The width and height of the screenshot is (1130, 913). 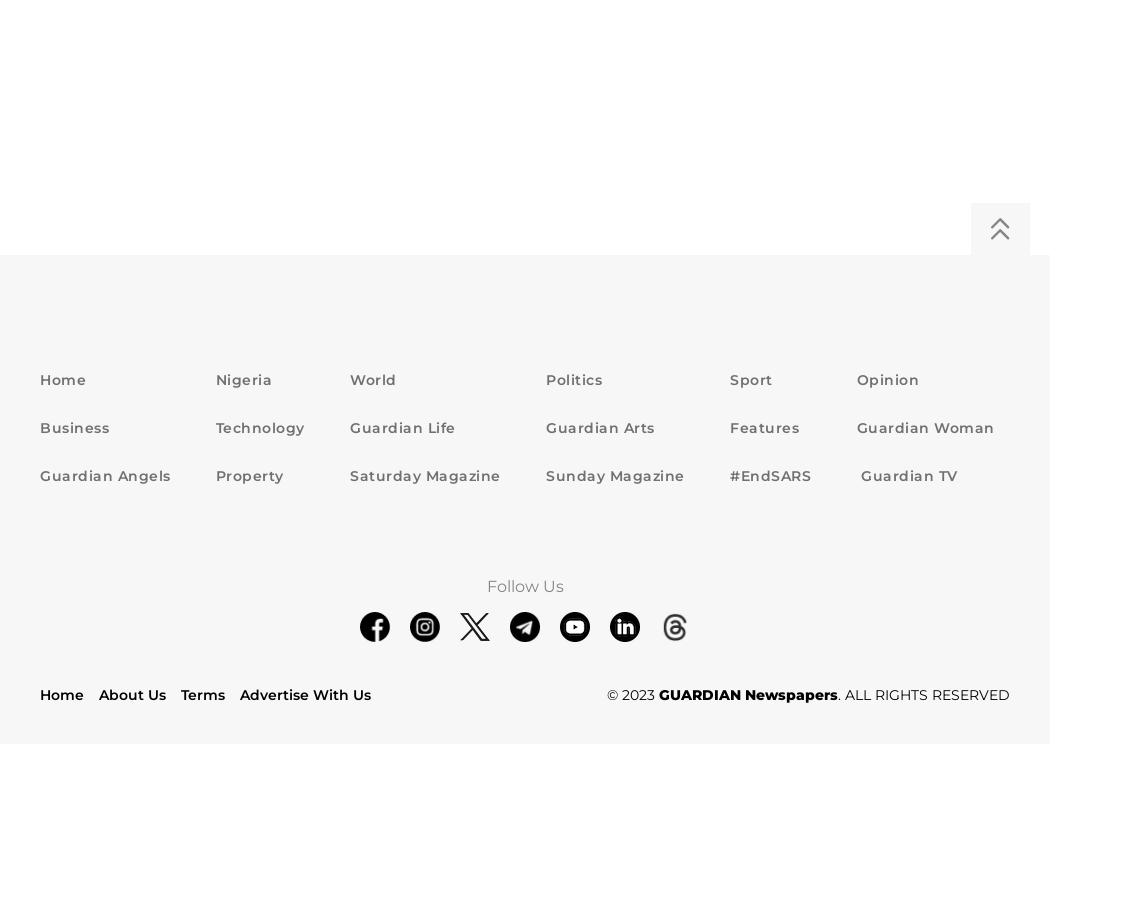 I want to click on 'Follow Us', so click(x=524, y=585).